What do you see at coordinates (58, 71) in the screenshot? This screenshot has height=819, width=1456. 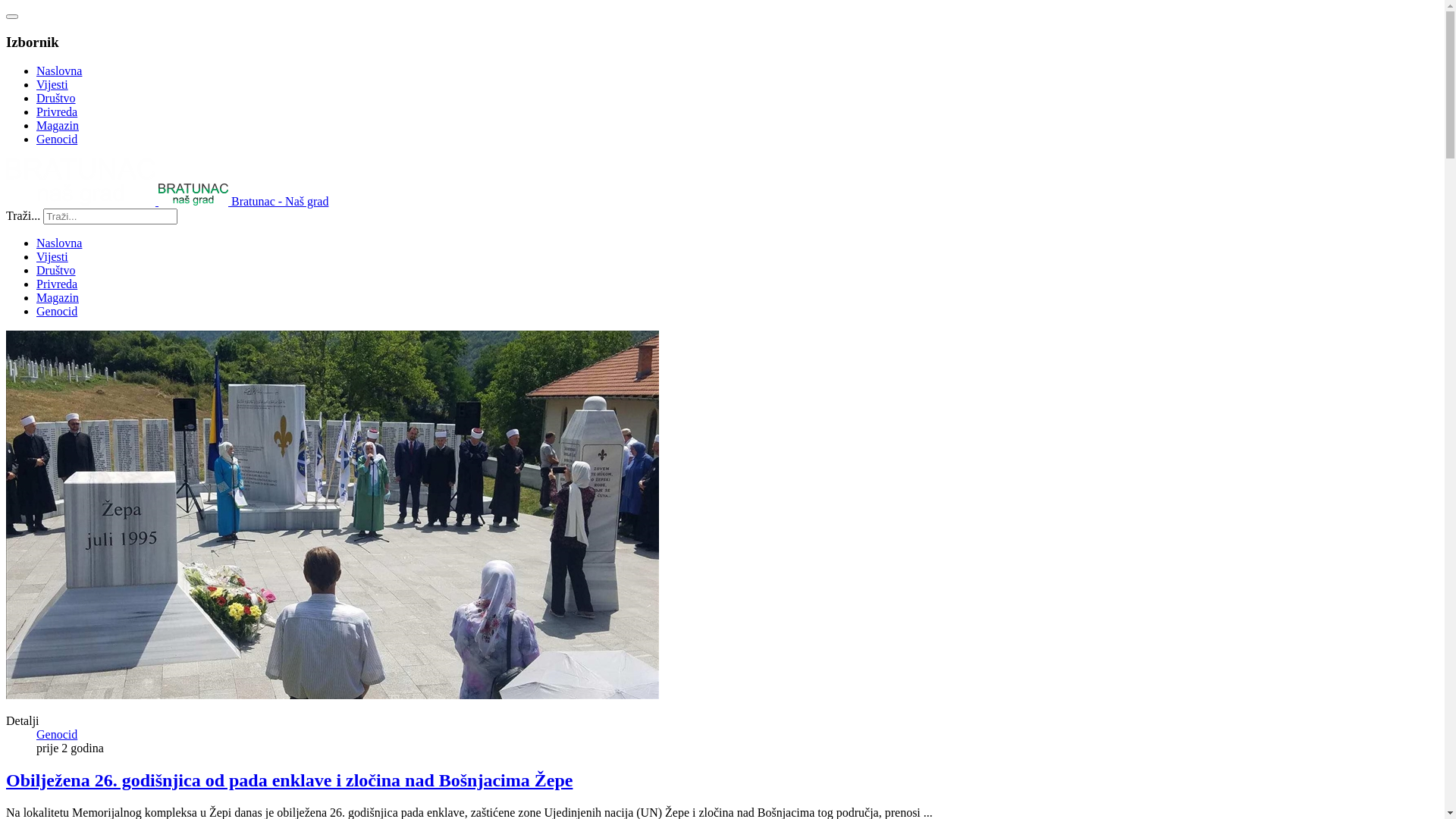 I see `'Naslovna'` at bounding box center [58, 71].